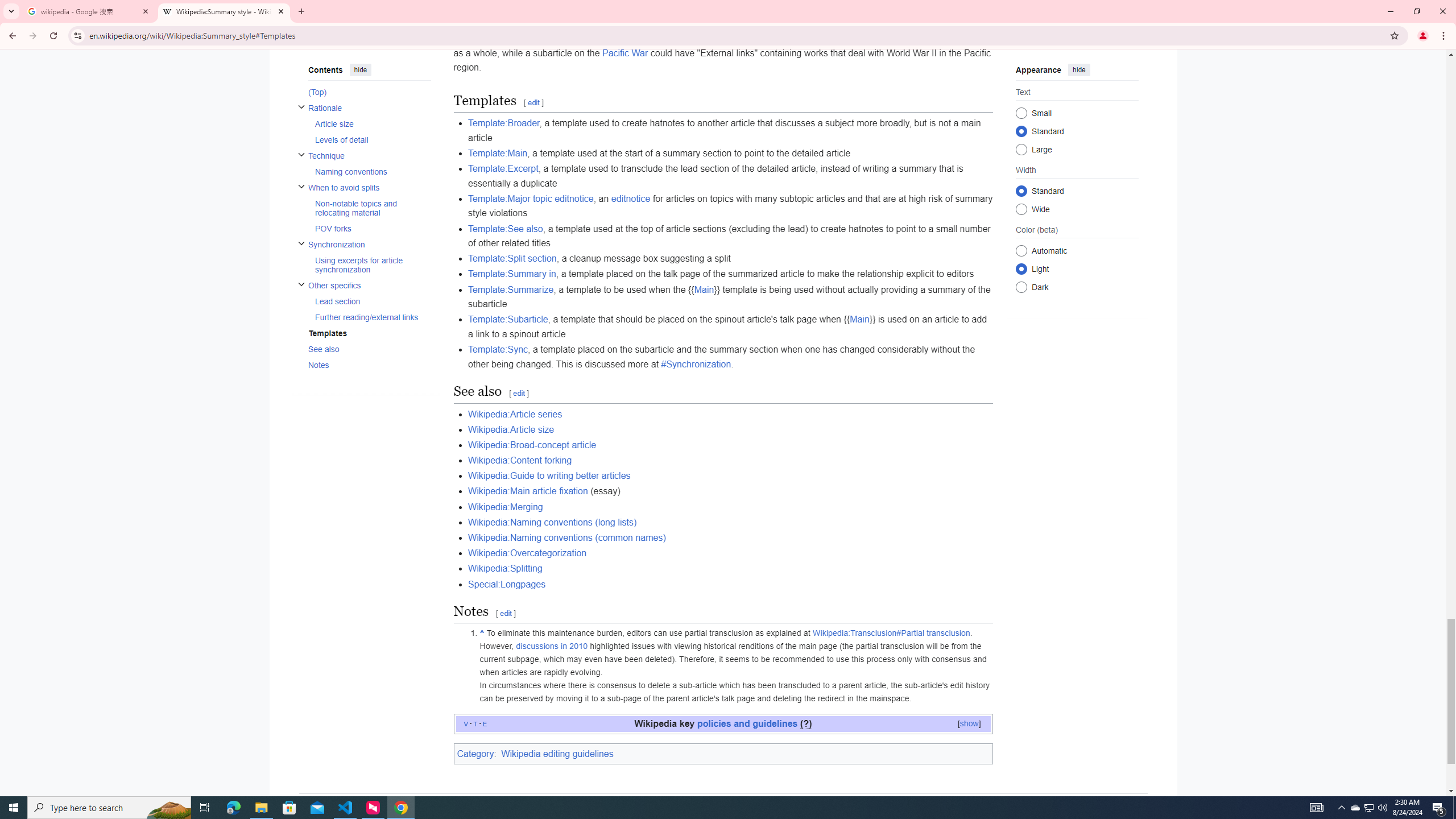  What do you see at coordinates (373, 316) in the screenshot?
I see `'Further reading/external links'` at bounding box center [373, 316].